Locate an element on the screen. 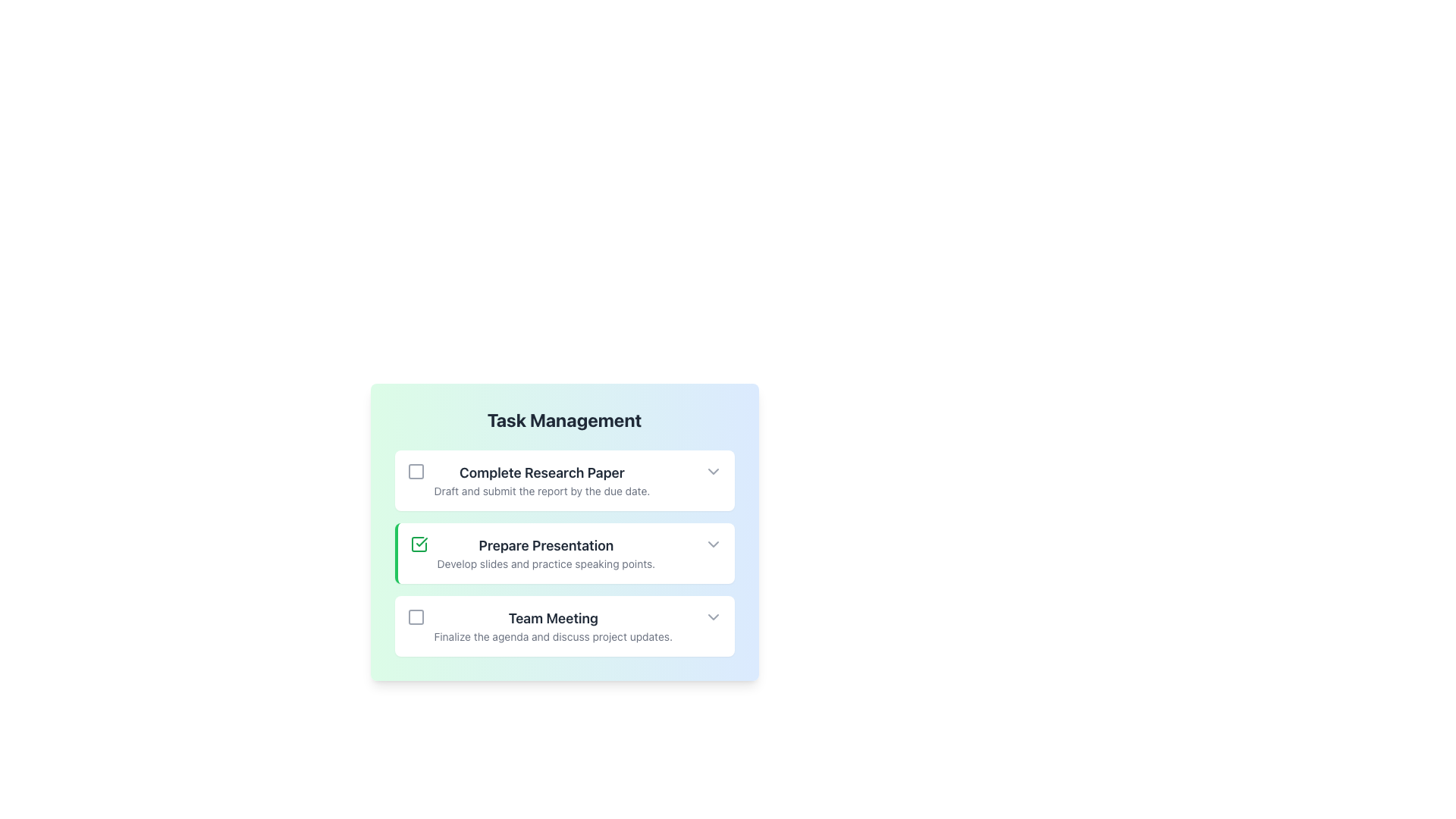  the text element that says 'Draft and submit the report by the due date.' located beneath the title 'Complete Research Paper' in the 'Task Management' interface is located at coordinates (542, 491).